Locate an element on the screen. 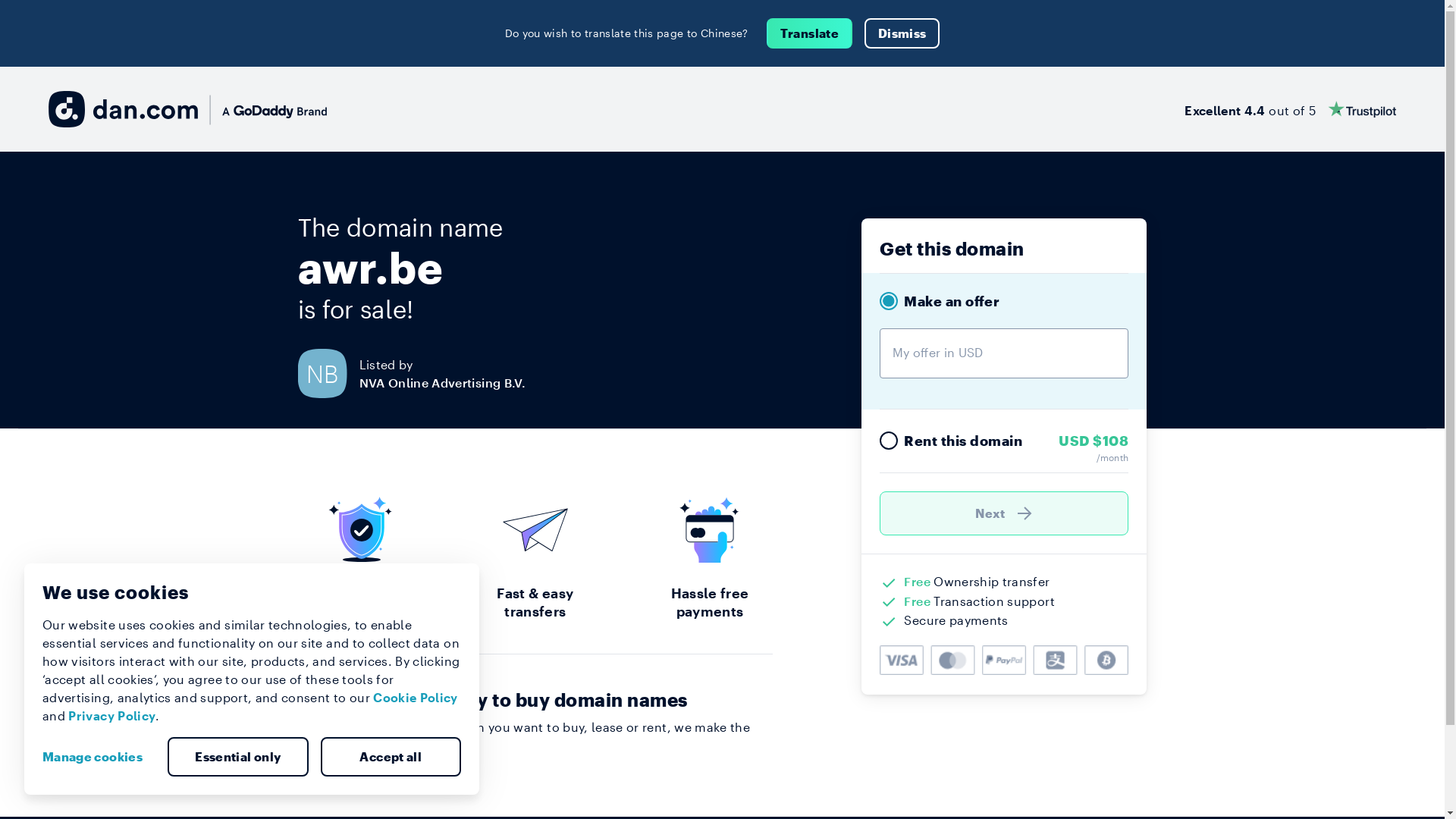  'Essential only' is located at coordinates (237, 757).